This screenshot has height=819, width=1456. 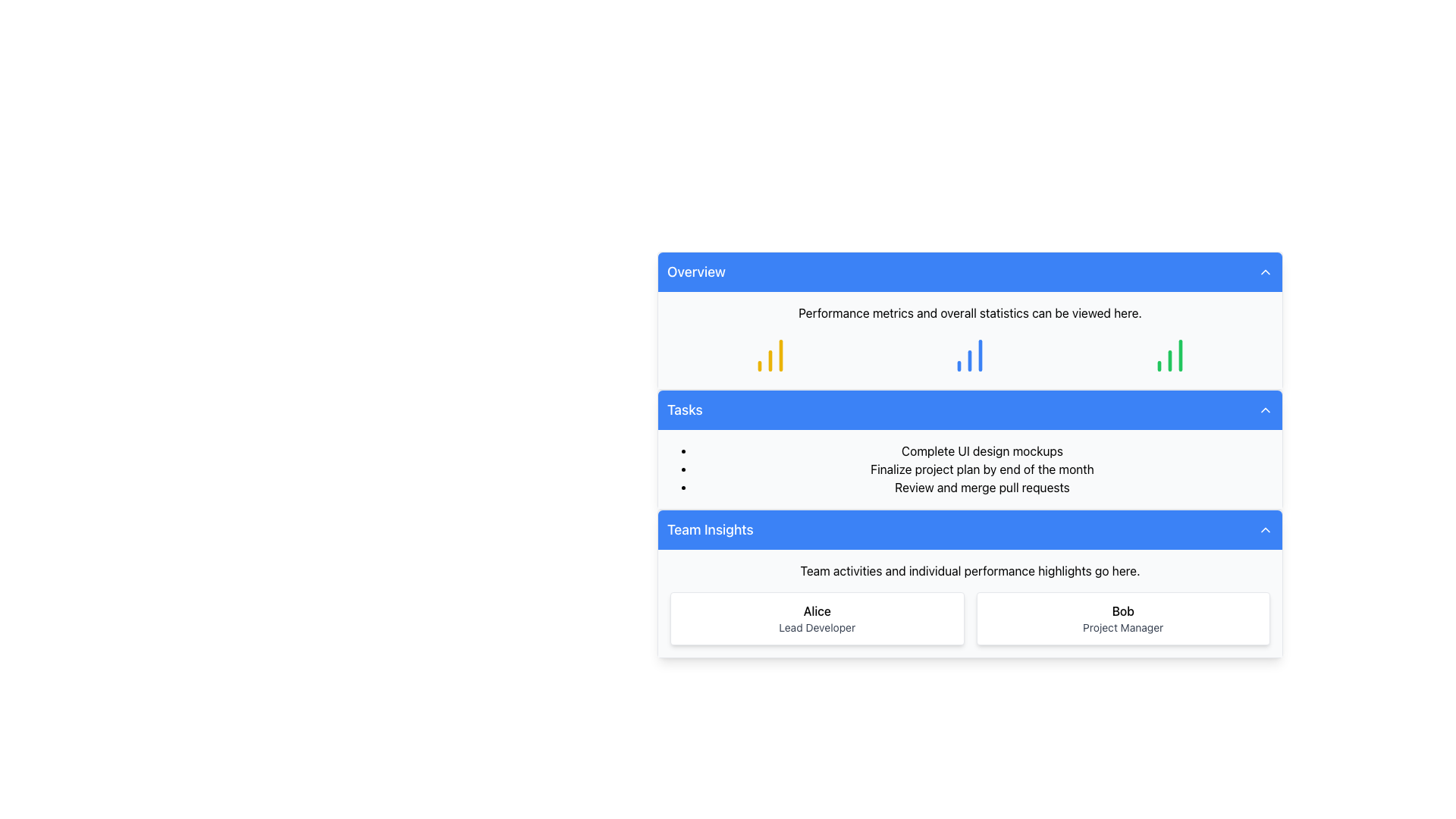 I want to click on the vertical bar chart icon with three green bars, positioned as the last icon in the Overview section, so click(x=1169, y=356).